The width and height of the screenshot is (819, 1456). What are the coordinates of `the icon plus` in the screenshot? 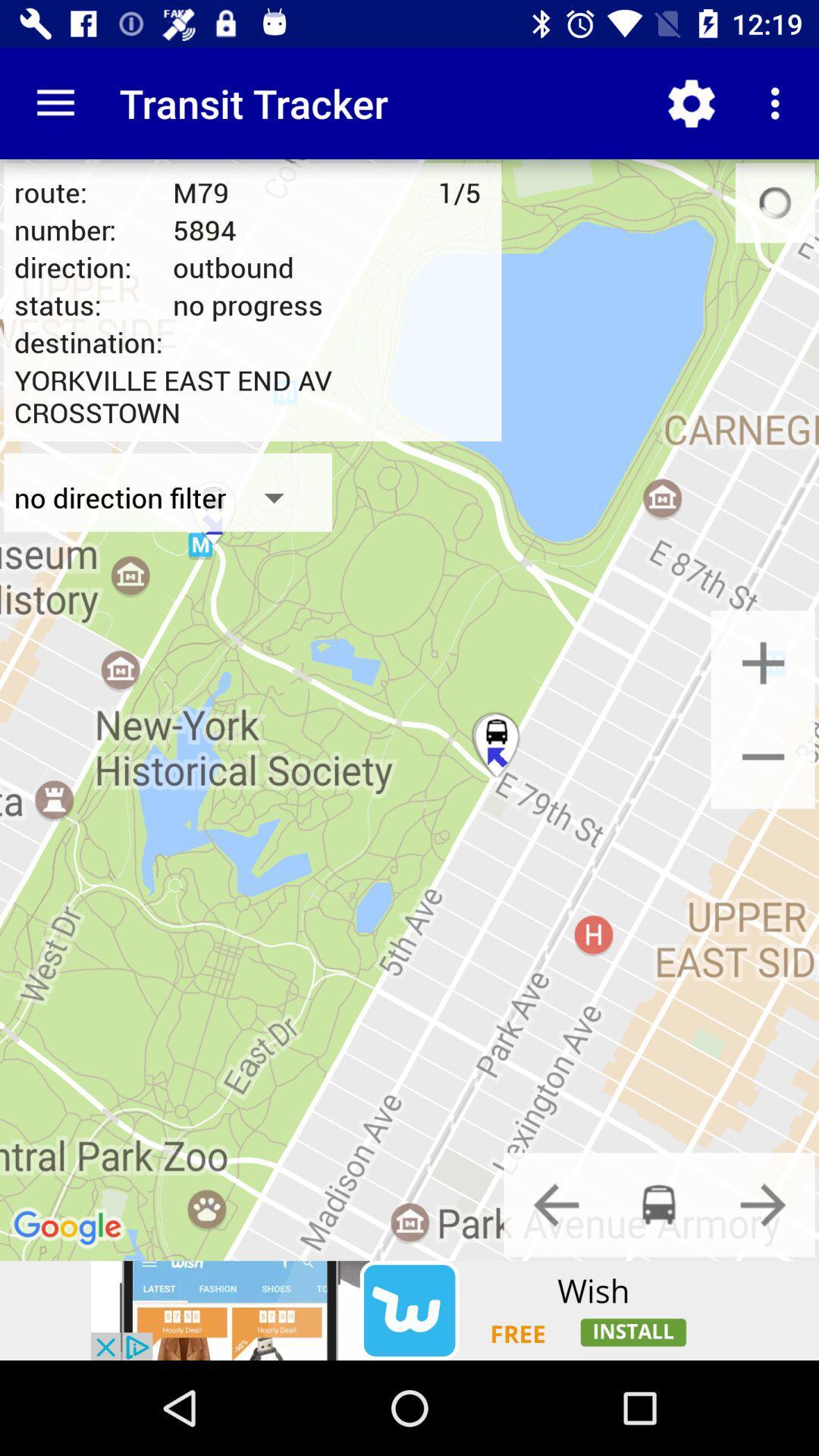 It's located at (763, 662).